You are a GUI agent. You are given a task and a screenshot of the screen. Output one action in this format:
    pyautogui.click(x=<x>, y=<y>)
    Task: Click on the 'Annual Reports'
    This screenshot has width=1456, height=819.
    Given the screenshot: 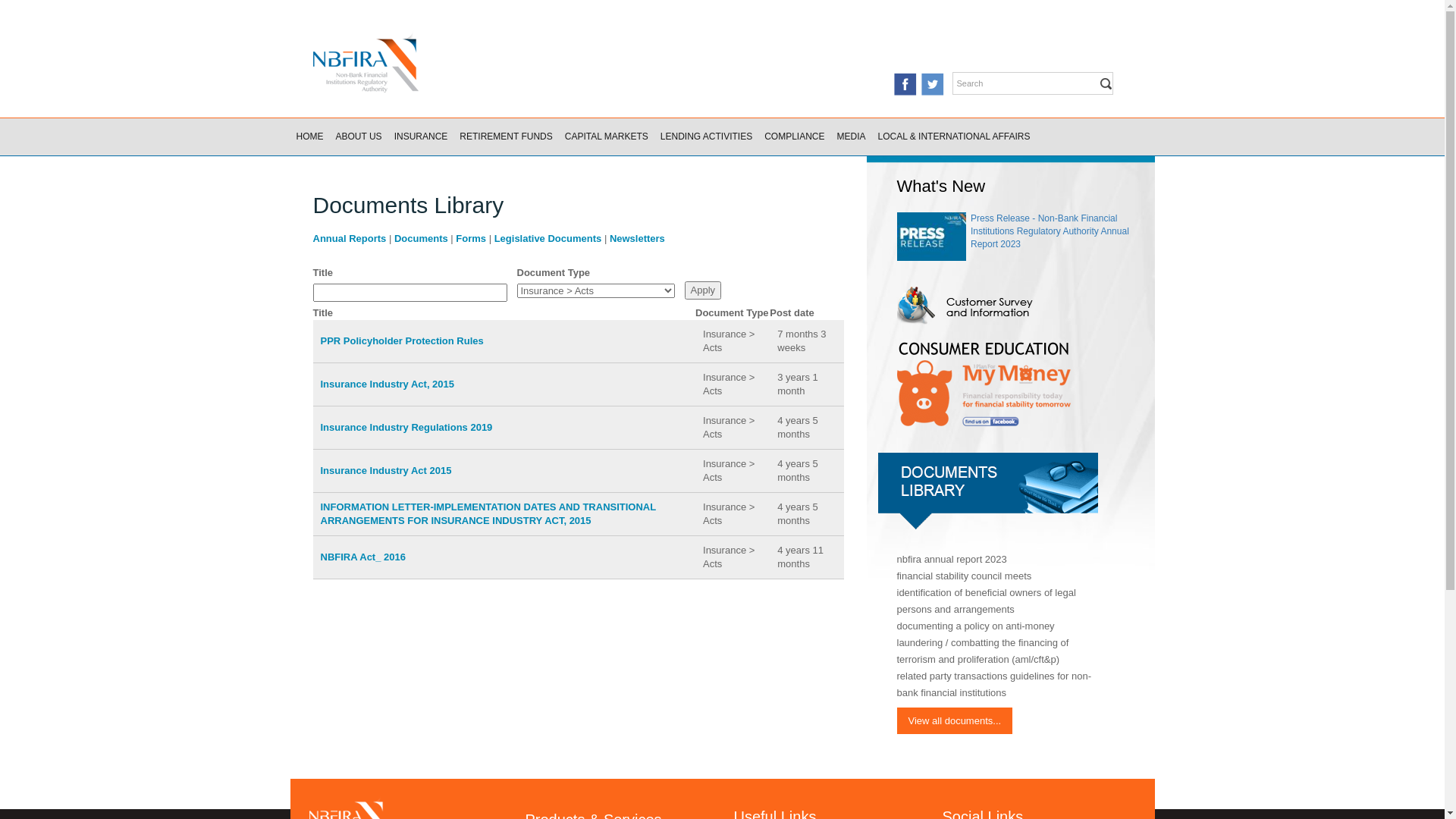 What is the action you would take?
    pyautogui.click(x=312, y=238)
    